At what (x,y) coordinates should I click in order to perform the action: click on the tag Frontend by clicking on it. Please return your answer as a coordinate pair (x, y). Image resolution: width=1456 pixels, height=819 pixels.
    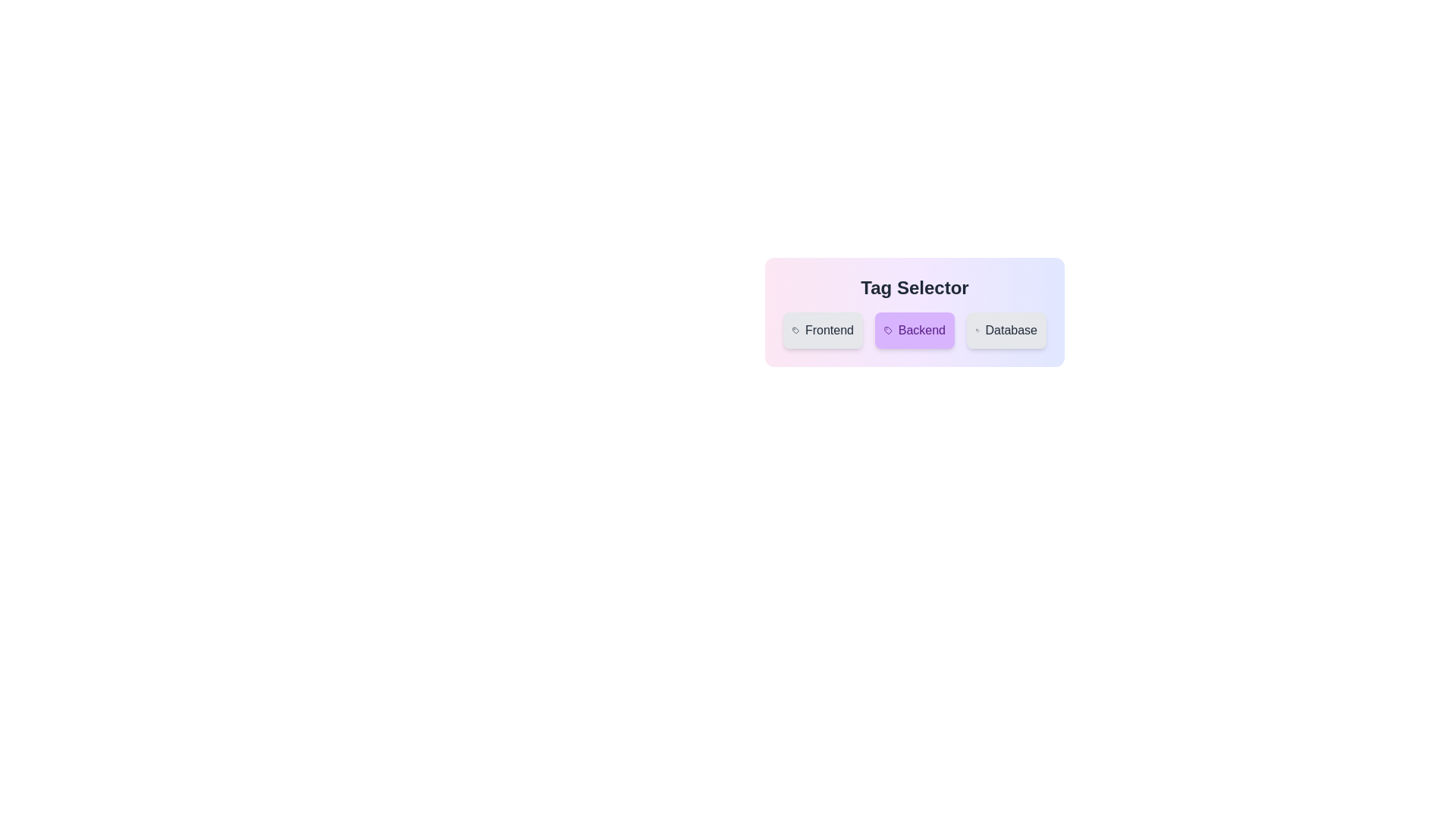
    Looking at the image, I should click on (822, 329).